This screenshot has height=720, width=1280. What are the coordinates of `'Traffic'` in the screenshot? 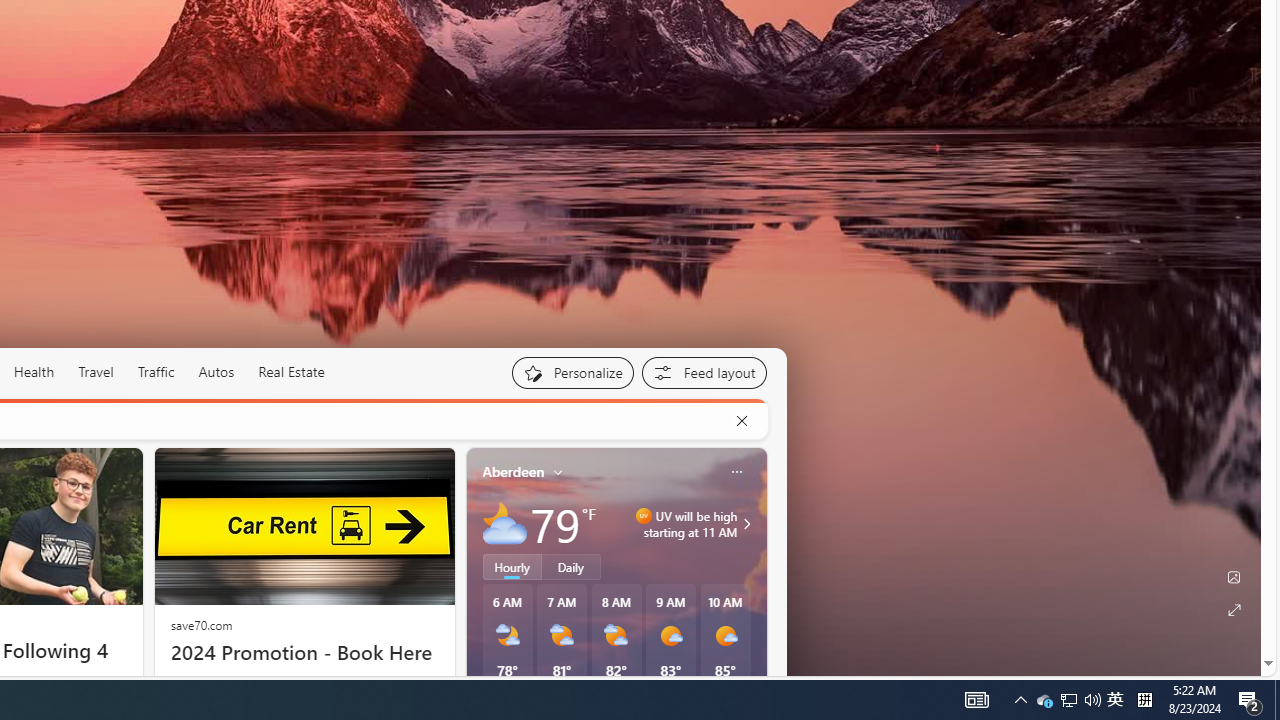 It's located at (155, 372).